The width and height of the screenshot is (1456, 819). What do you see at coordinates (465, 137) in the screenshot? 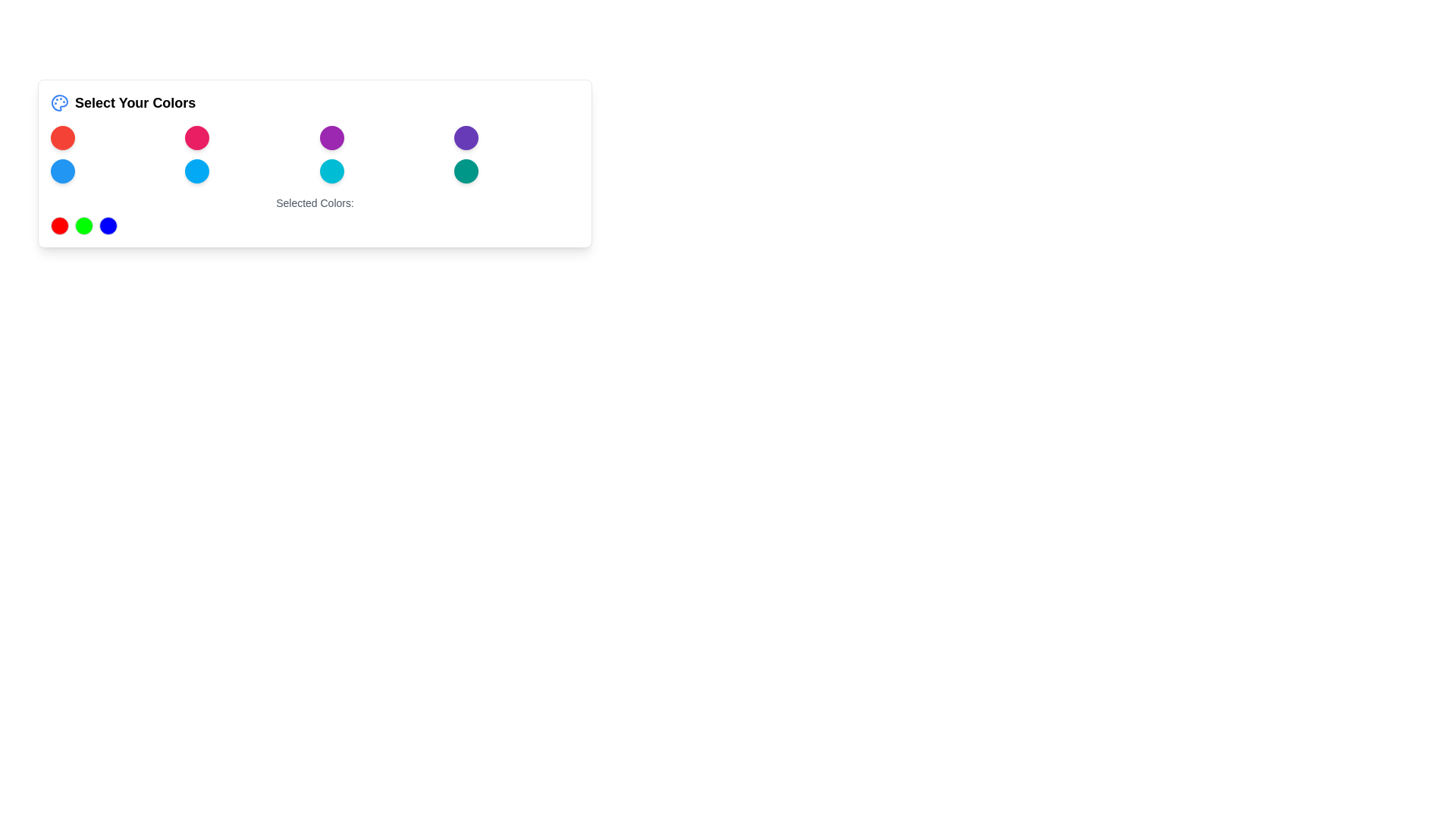
I see `the circular button with a purple background located in the first row and fourth column of a 4x2 grid layout` at bounding box center [465, 137].